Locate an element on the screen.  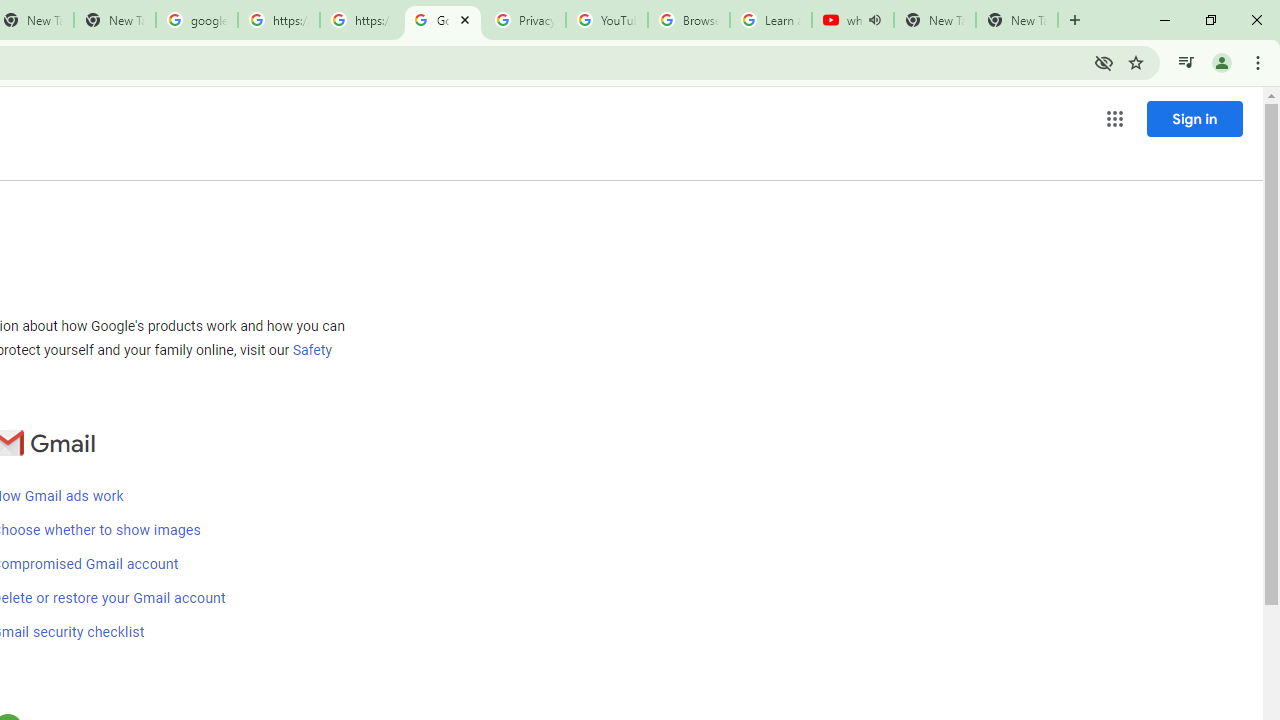
'https://scholar.google.com/' is located at coordinates (278, 20).